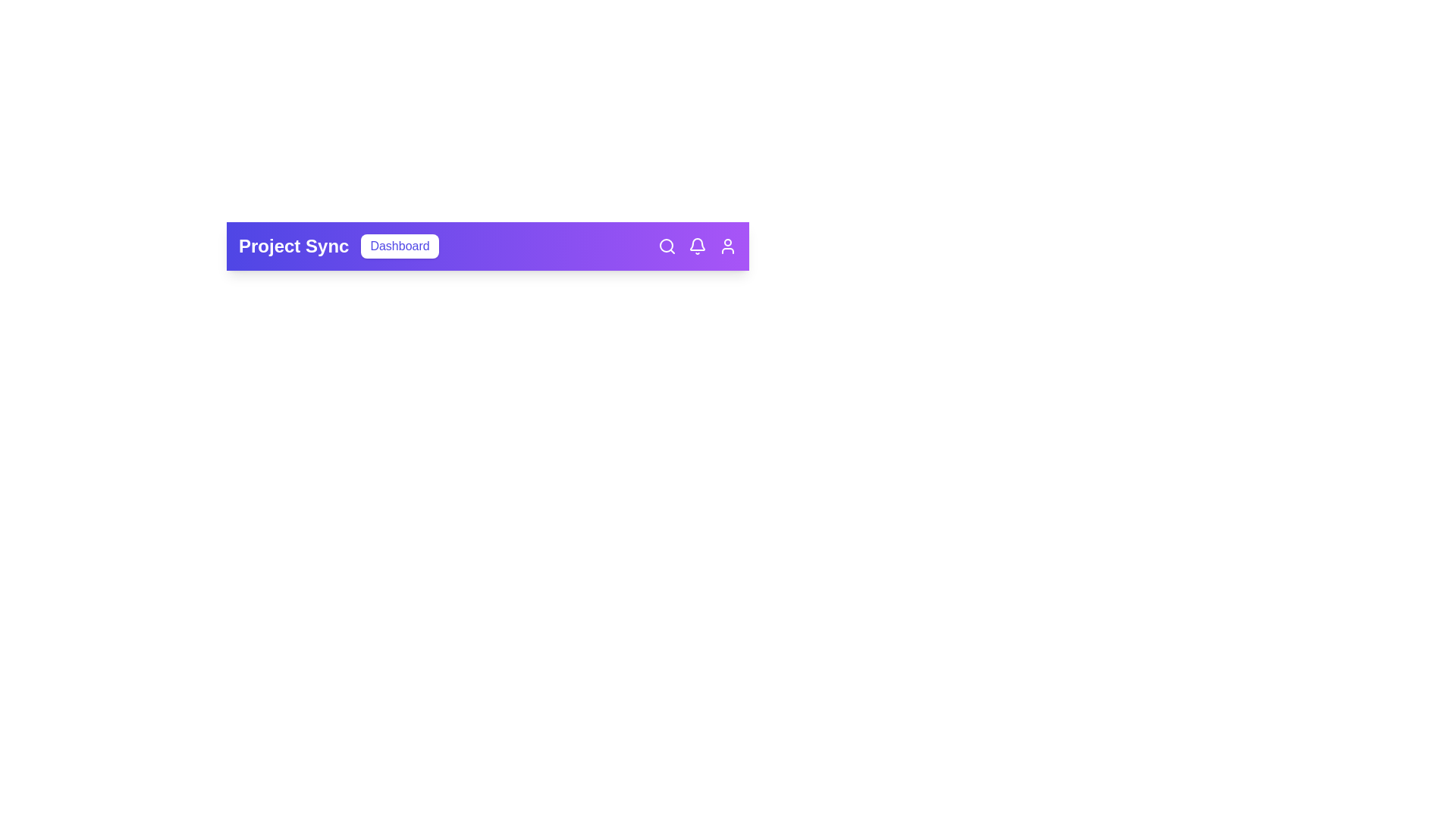  Describe the element at coordinates (667, 245) in the screenshot. I see `the 'Search' icon in the EnhancedAppBar` at that location.